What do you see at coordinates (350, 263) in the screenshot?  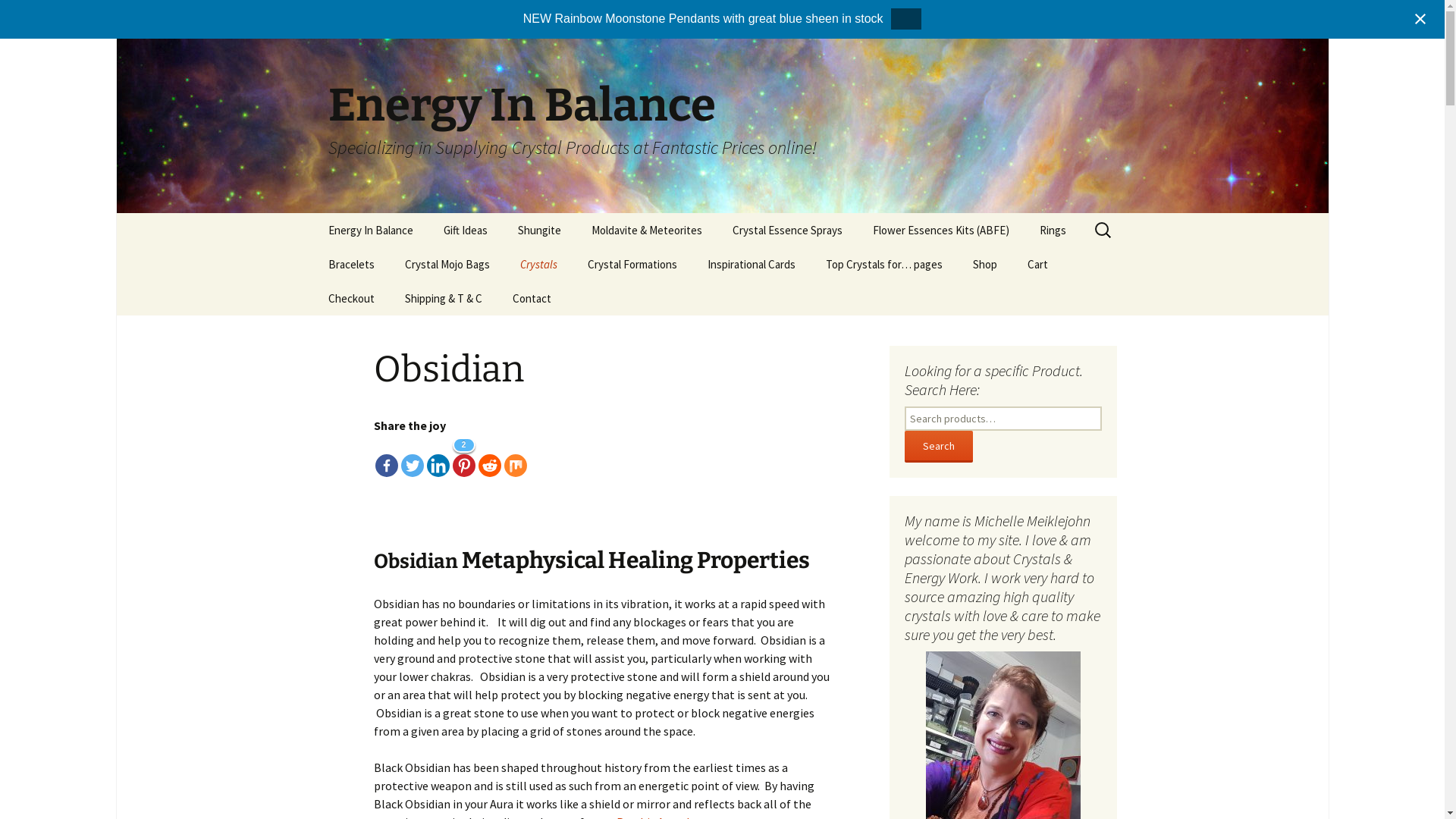 I see `'Bracelets'` at bounding box center [350, 263].